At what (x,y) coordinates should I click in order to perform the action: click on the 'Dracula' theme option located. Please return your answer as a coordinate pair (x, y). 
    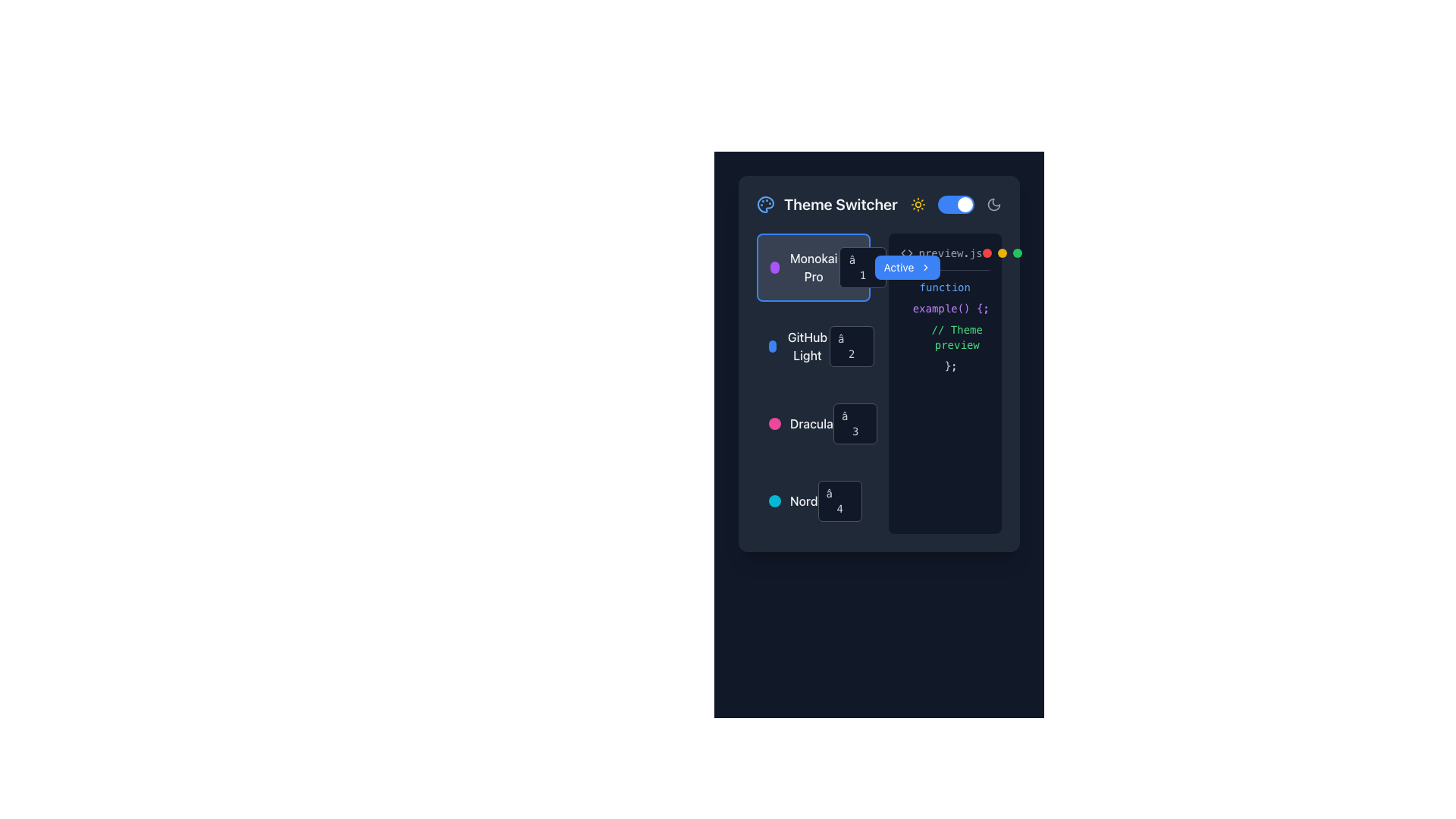
    Looking at the image, I should click on (812, 424).